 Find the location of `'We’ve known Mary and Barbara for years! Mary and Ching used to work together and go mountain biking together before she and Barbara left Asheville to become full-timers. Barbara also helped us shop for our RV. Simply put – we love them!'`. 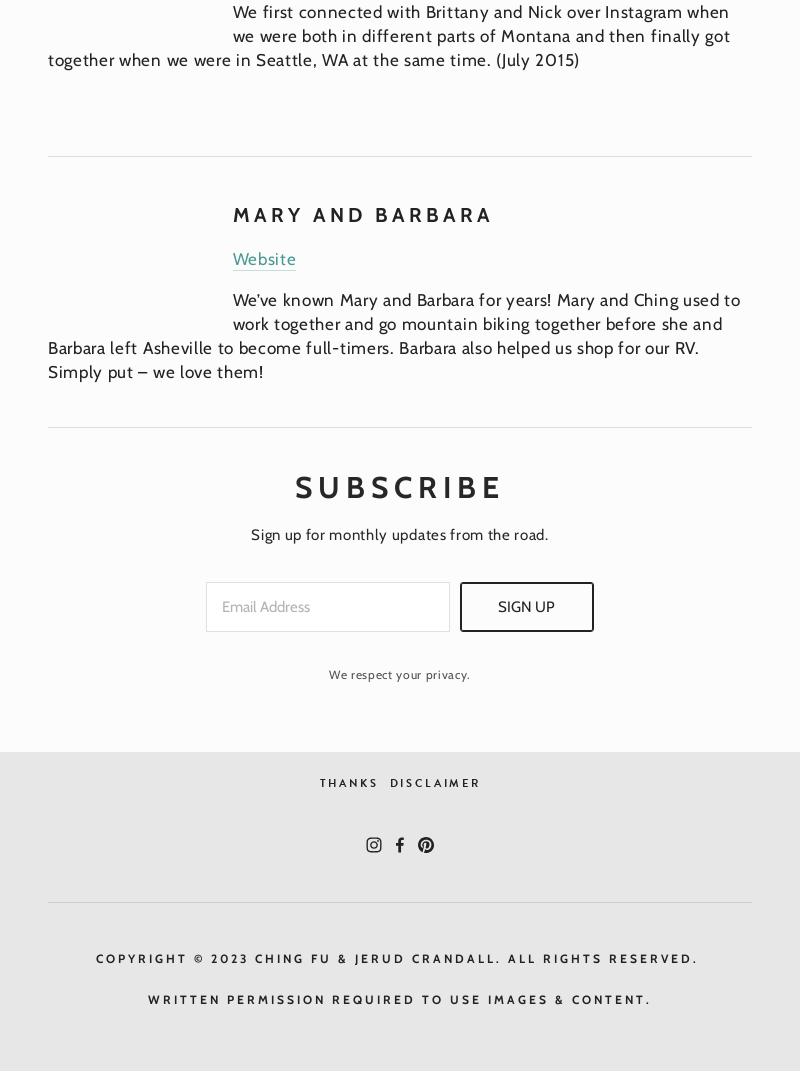

'We’ve known Mary and Barbara for years! Mary and Ching used to work together and go mountain biking together before she and Barbara left Asheville to become full-timers. Barbara also helped us shop for our RV. Simply put – we love them!' is located at coordinates (395, 335).